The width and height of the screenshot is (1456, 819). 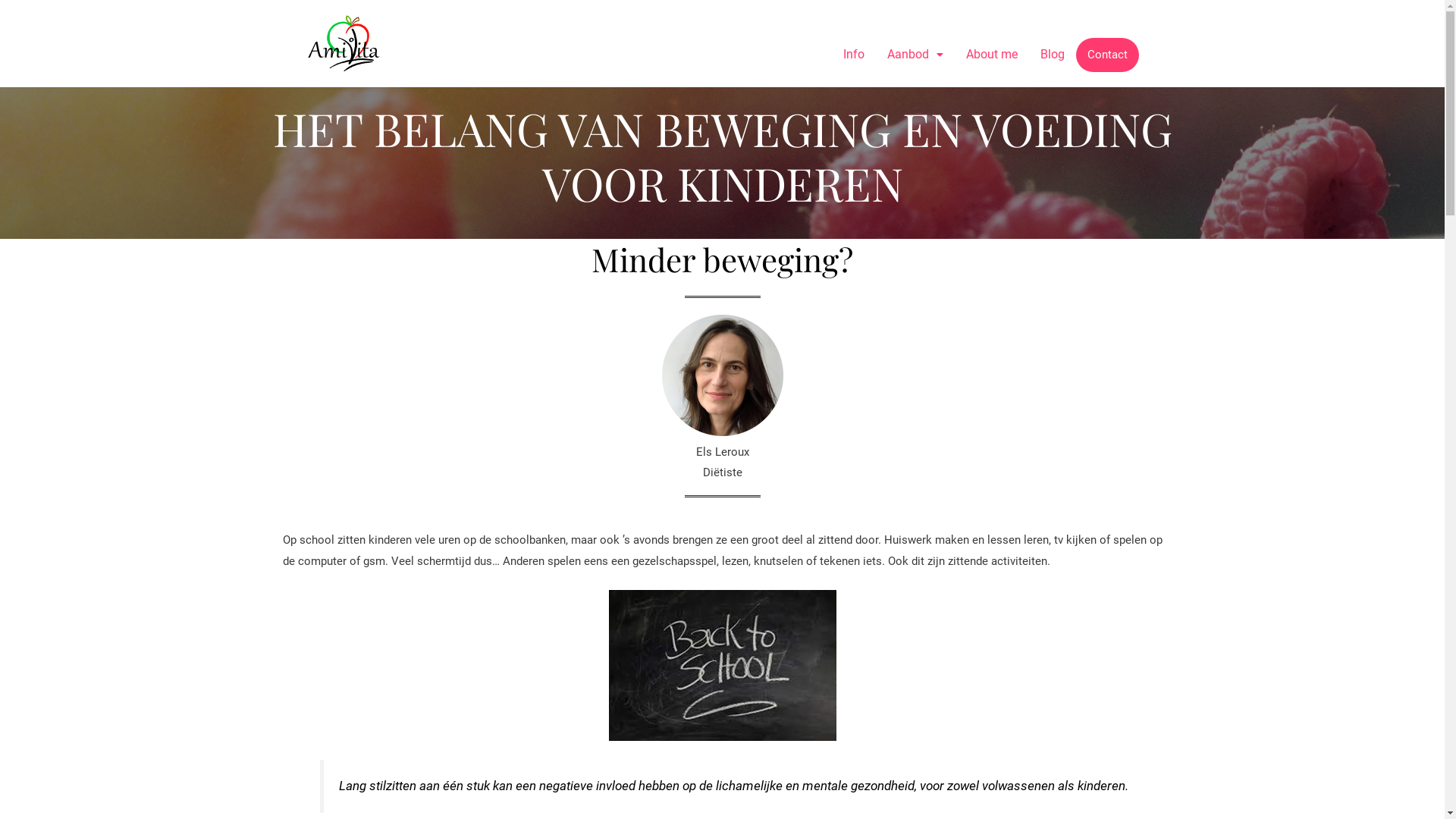 I want to click on 'About me', so click(x=992, y=54).